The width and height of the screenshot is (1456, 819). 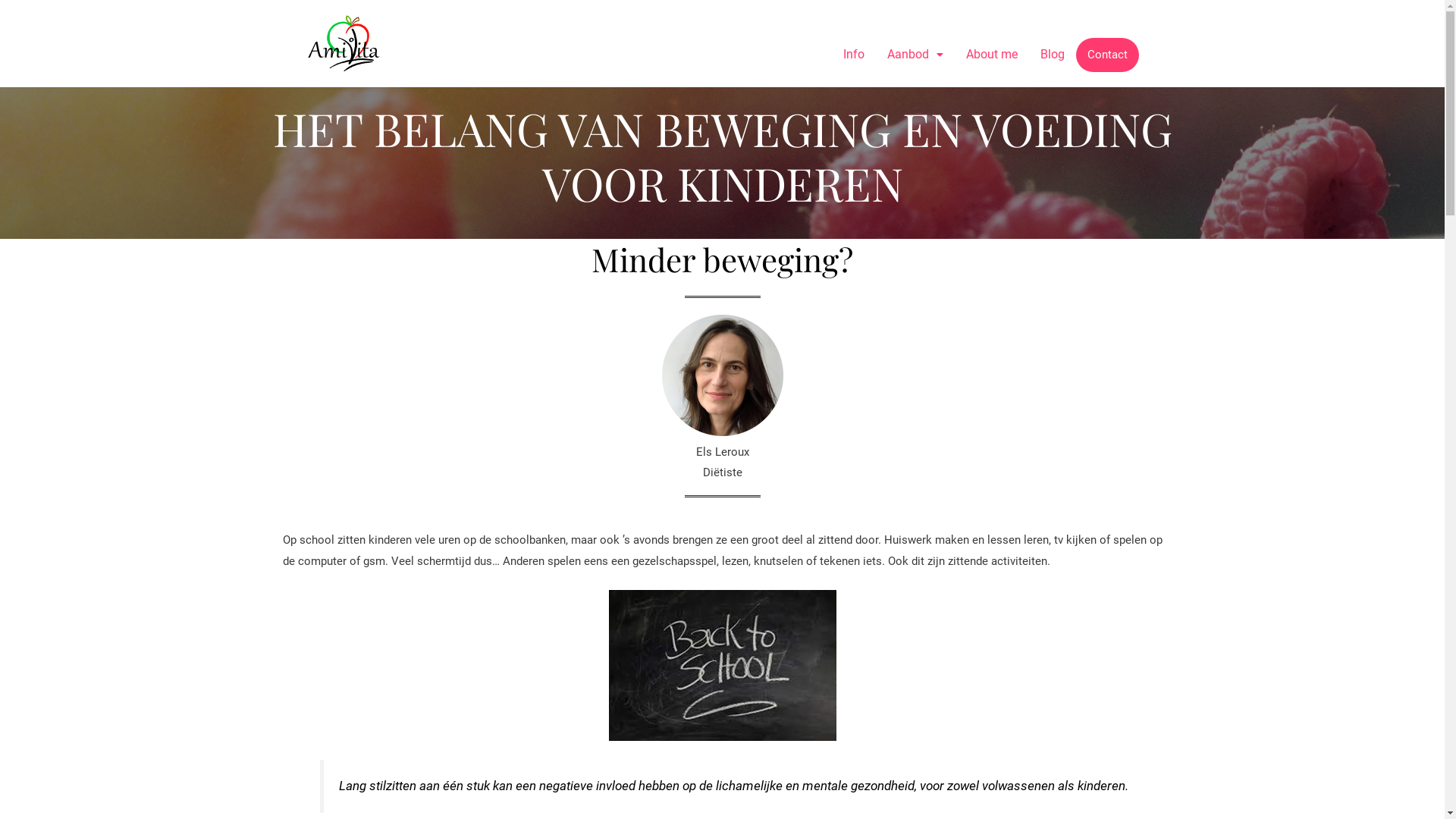 I want to click on 'About me', so click(x=992, y=54).